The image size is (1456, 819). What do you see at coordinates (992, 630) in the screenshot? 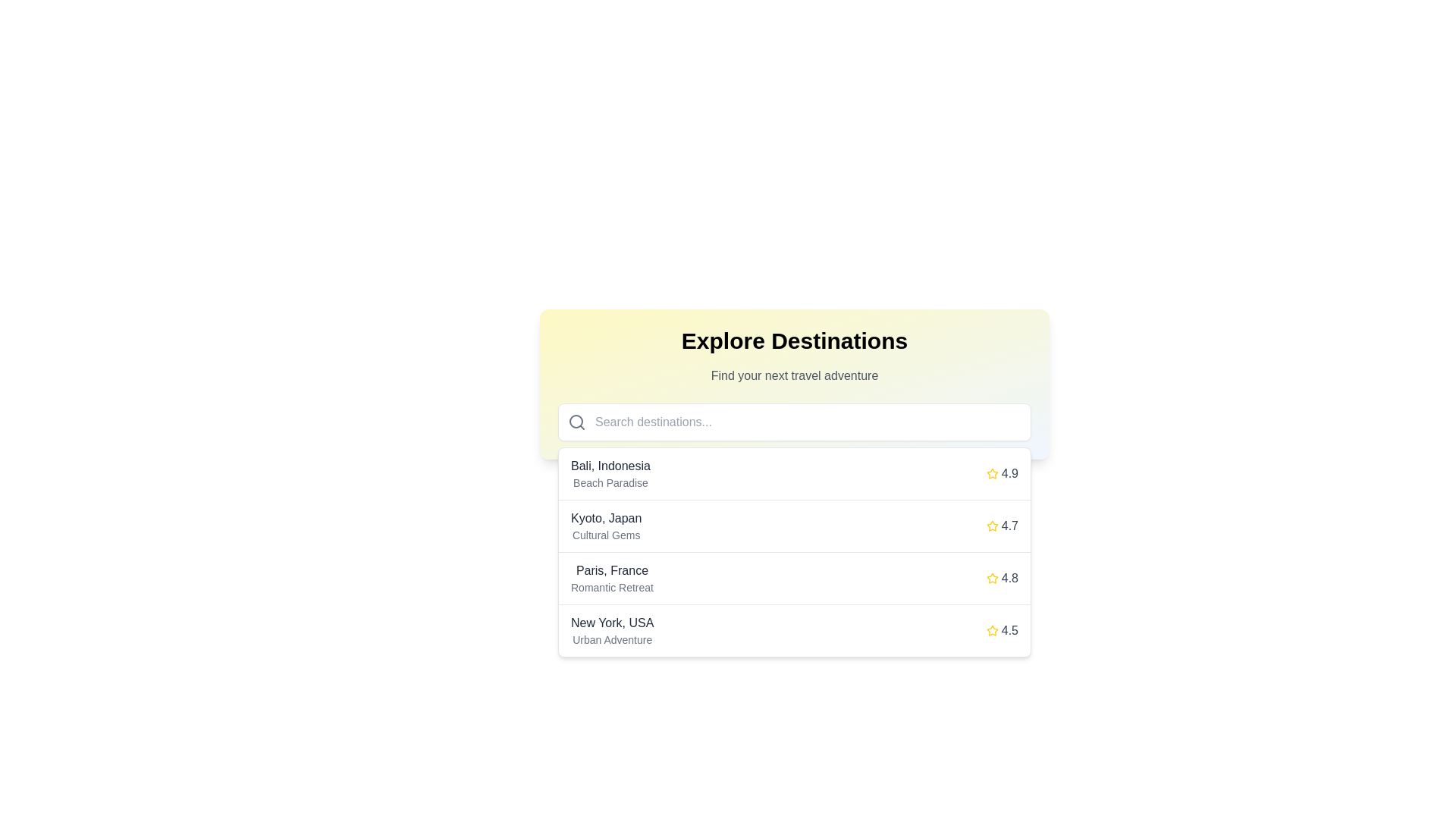
I see `the fourth star icon that indicates the rating for the 'New York, USA' entry, positioned to the right of the rating text '4.5'` at bounding box center [992, 630].